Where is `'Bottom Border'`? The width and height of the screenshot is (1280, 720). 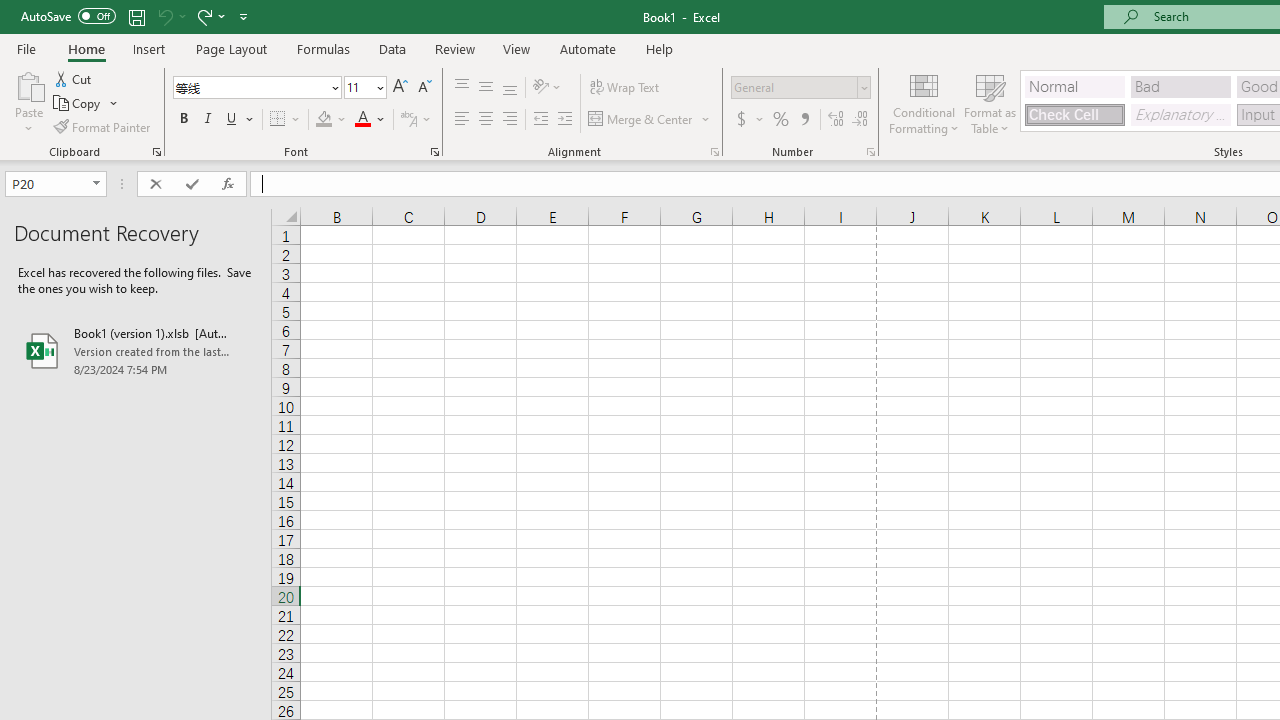 'Bottom Border' is located at coordinates (277, 119).